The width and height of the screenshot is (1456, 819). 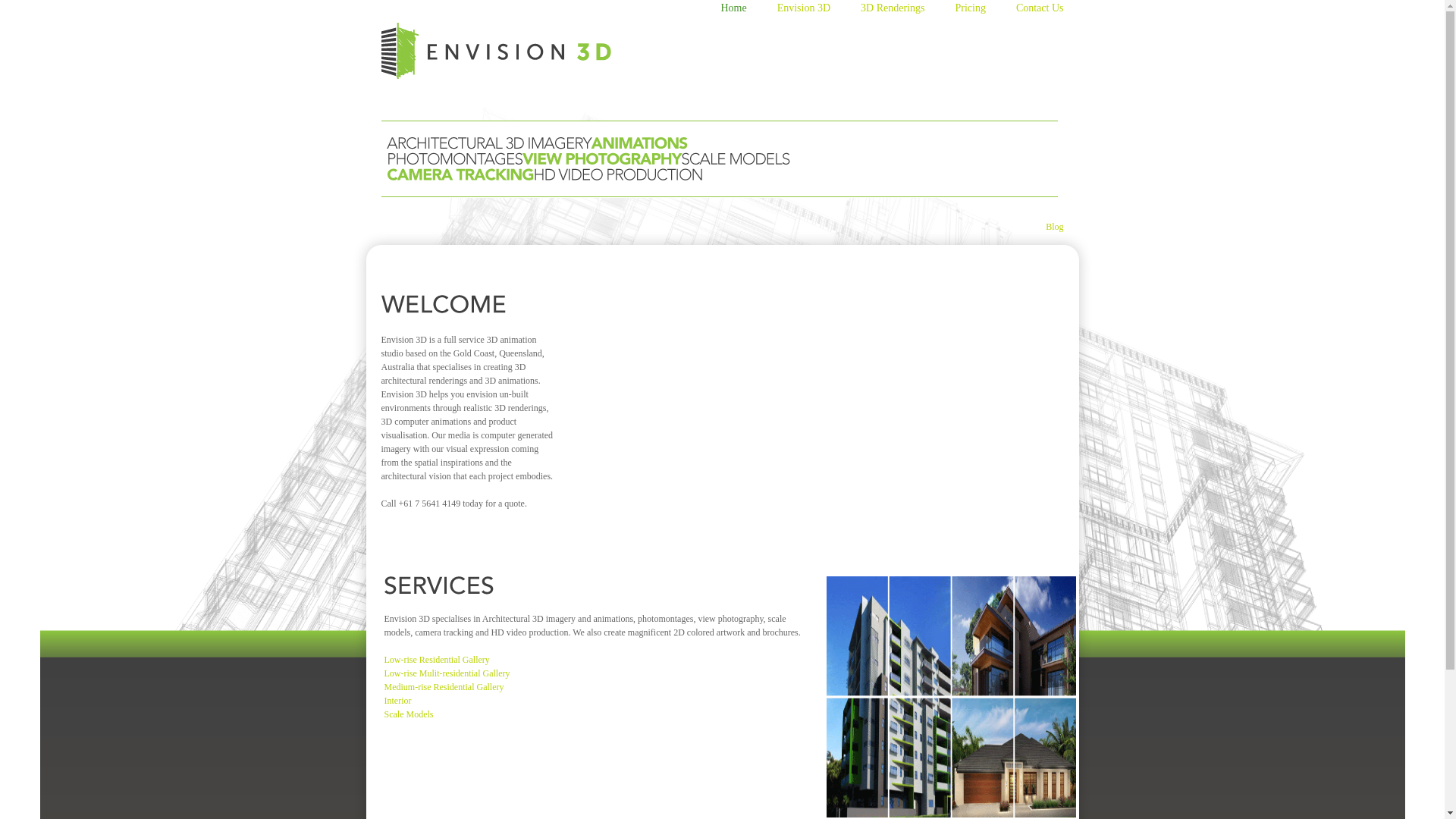 I want to click on 'Blog', so click(x=1044, y=227).